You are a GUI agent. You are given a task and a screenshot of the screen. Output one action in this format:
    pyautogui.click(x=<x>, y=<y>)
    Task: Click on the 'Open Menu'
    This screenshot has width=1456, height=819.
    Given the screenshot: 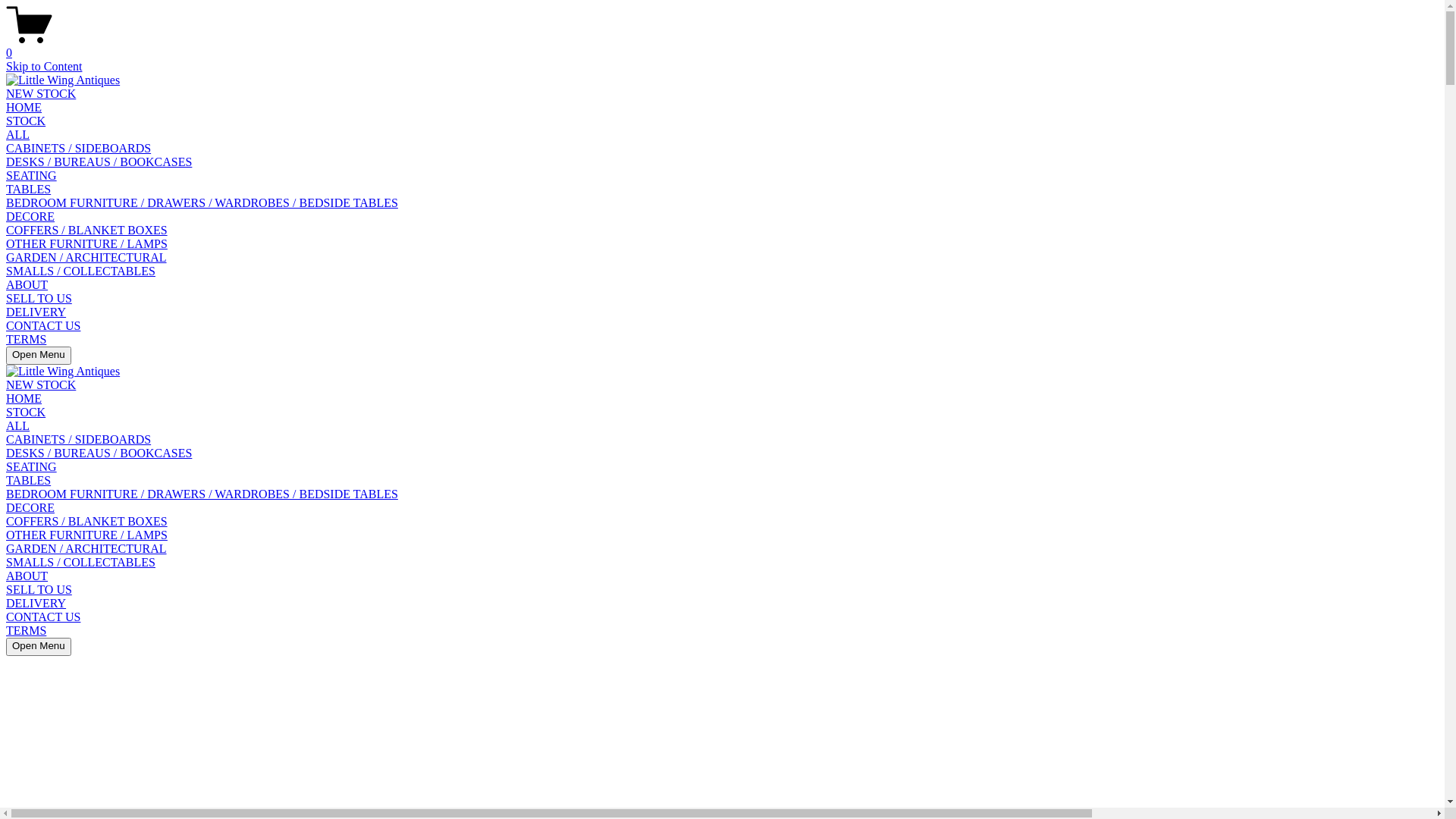 What is the action you would take?
    pyautogui.click(x=39, y=356)
    